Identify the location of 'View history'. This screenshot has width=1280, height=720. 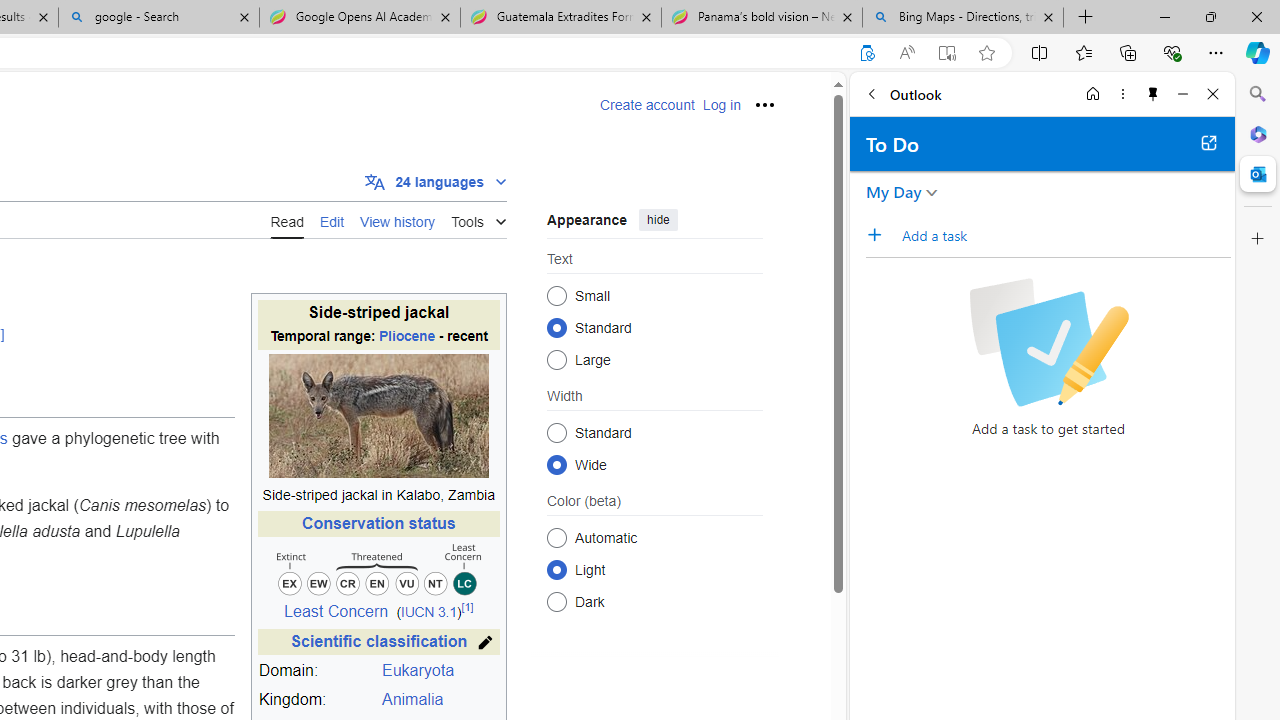
(398, 219).